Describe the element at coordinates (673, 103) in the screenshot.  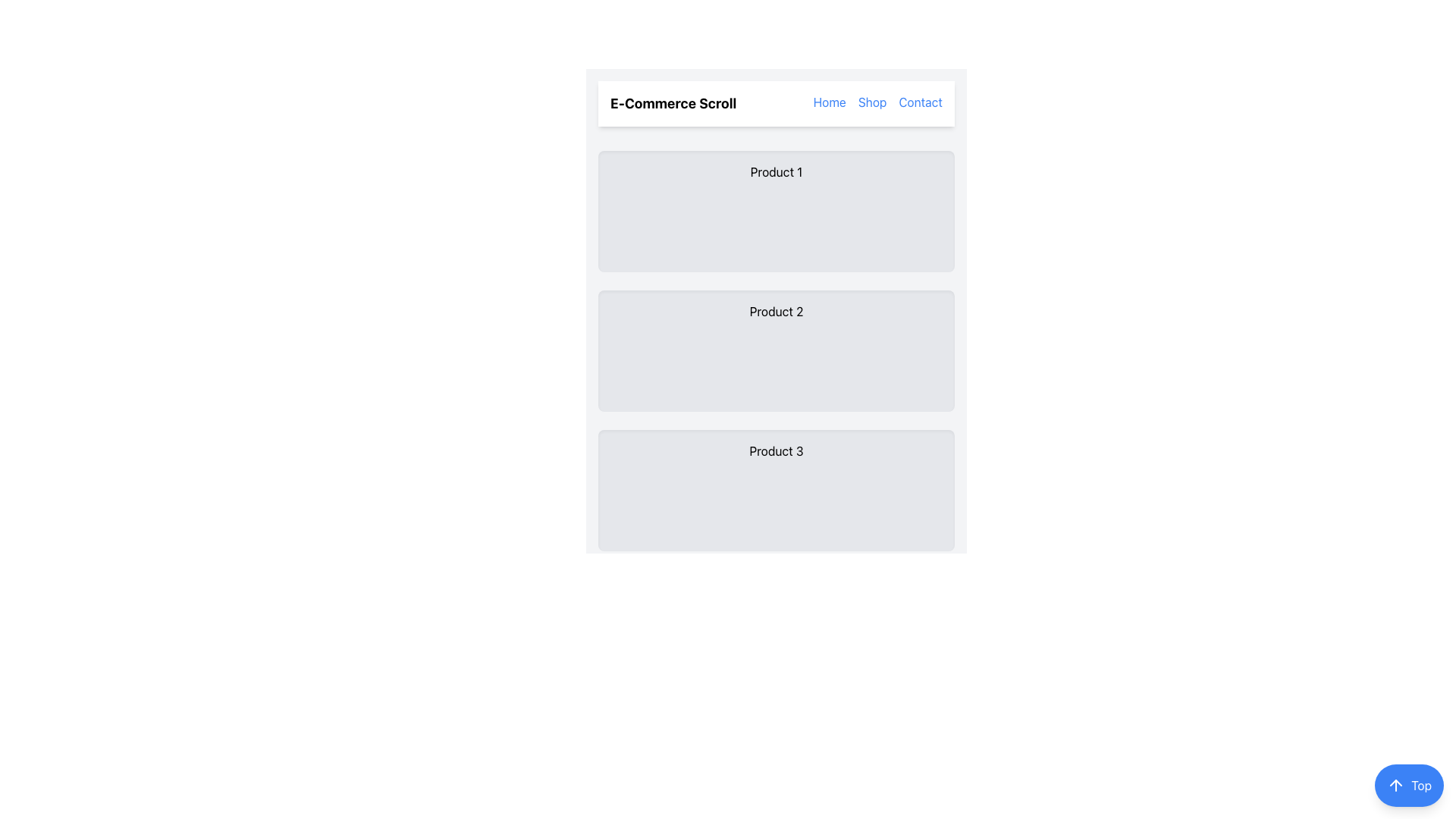
I see `text label that says 'E-Commerce Scroll', which is a bold inscription positioned at the far left of the top bar` at that location.